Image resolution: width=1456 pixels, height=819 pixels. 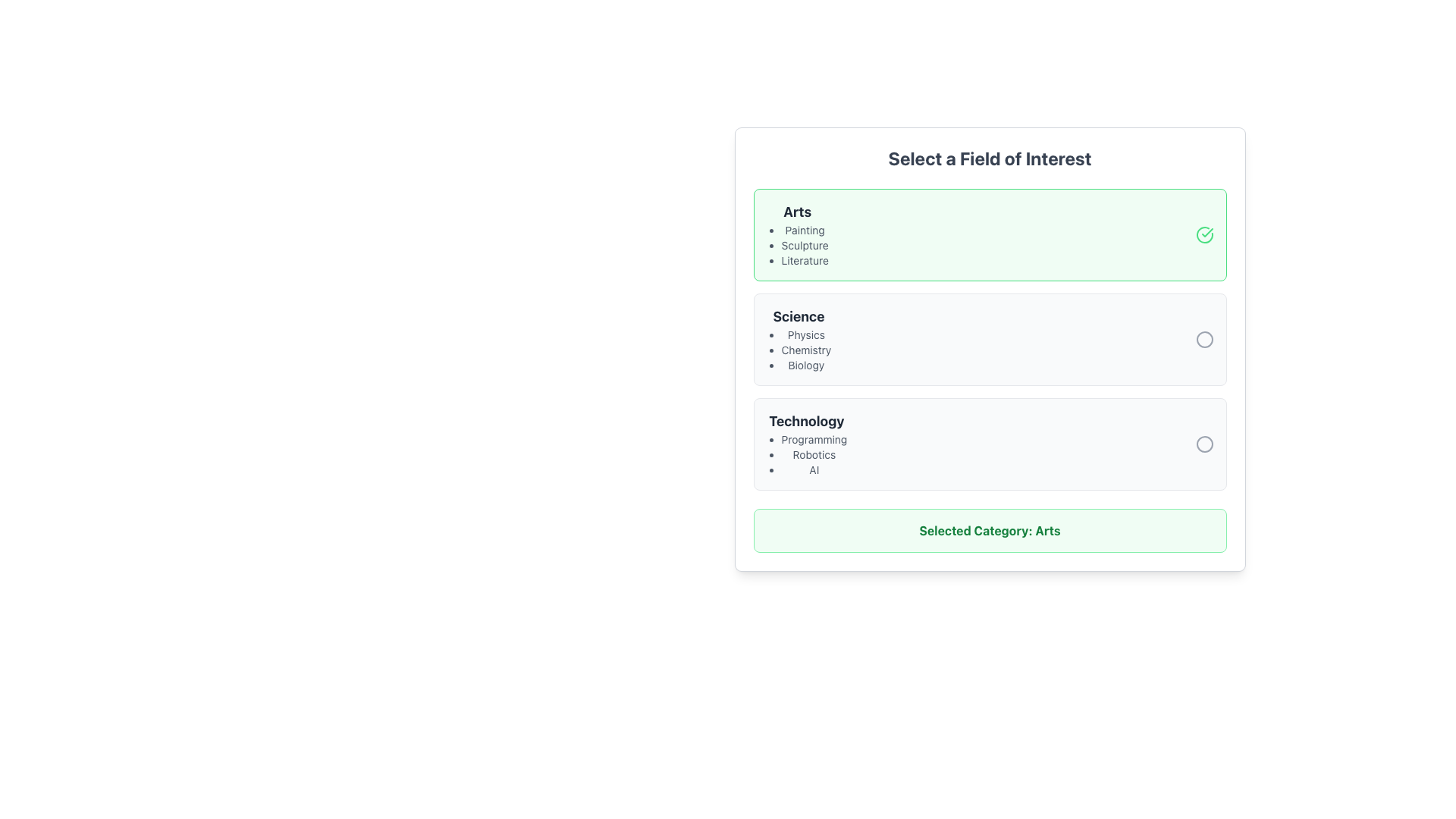 What do you see at coordinates (796, 245) in the screenshot?
I see `the Unordered List containing the items 'Painting,' 'Sculpture,' and 'Literature' that is located within the green-highlighted area titled 'Arts.'` at bounding box center [796, 245].